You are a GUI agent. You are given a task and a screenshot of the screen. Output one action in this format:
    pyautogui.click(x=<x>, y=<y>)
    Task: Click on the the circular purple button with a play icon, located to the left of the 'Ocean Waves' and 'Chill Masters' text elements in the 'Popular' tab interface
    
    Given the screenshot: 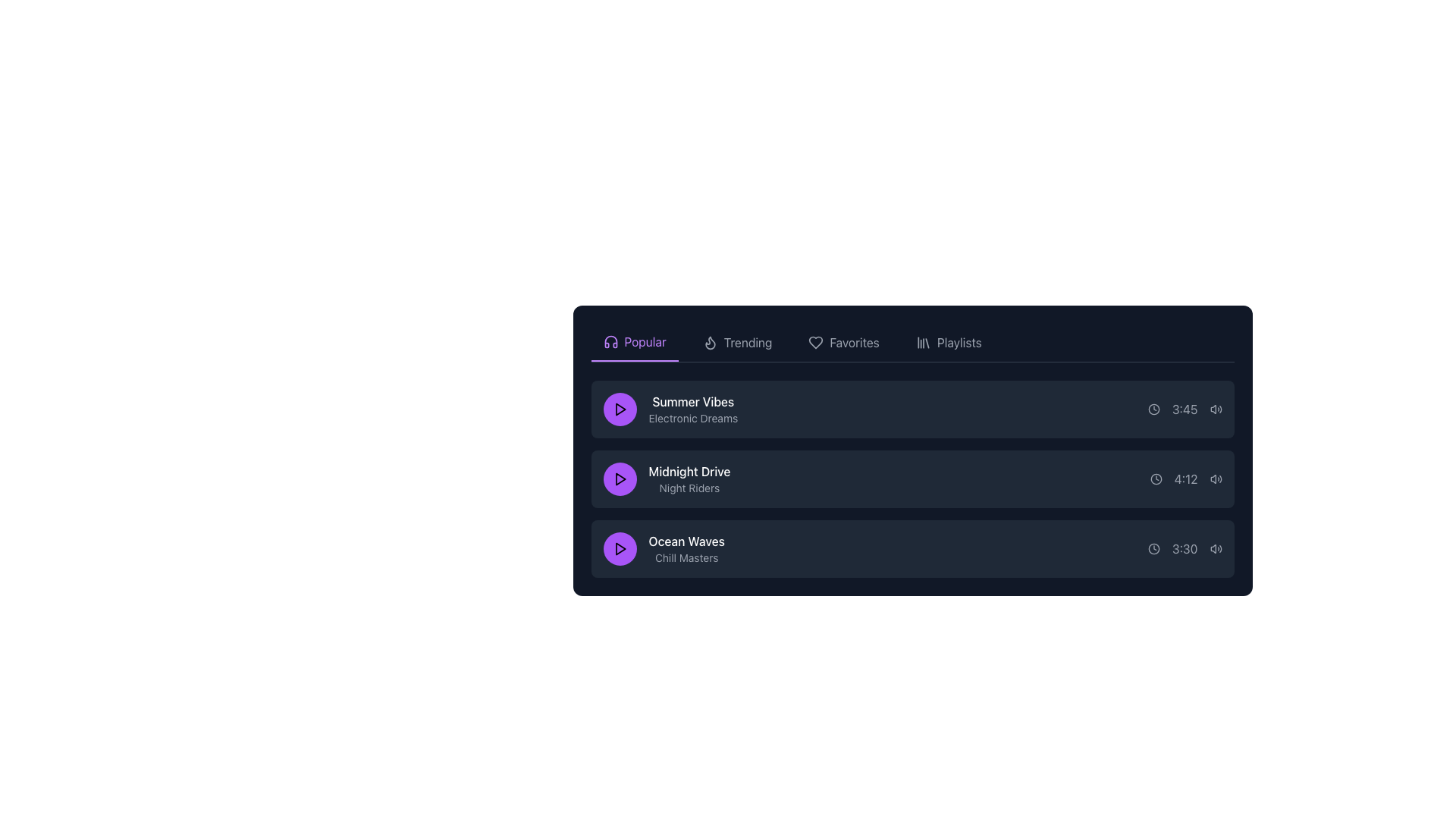 What is the action you would take?
    pyautogui.click(x=620, y=549)
    